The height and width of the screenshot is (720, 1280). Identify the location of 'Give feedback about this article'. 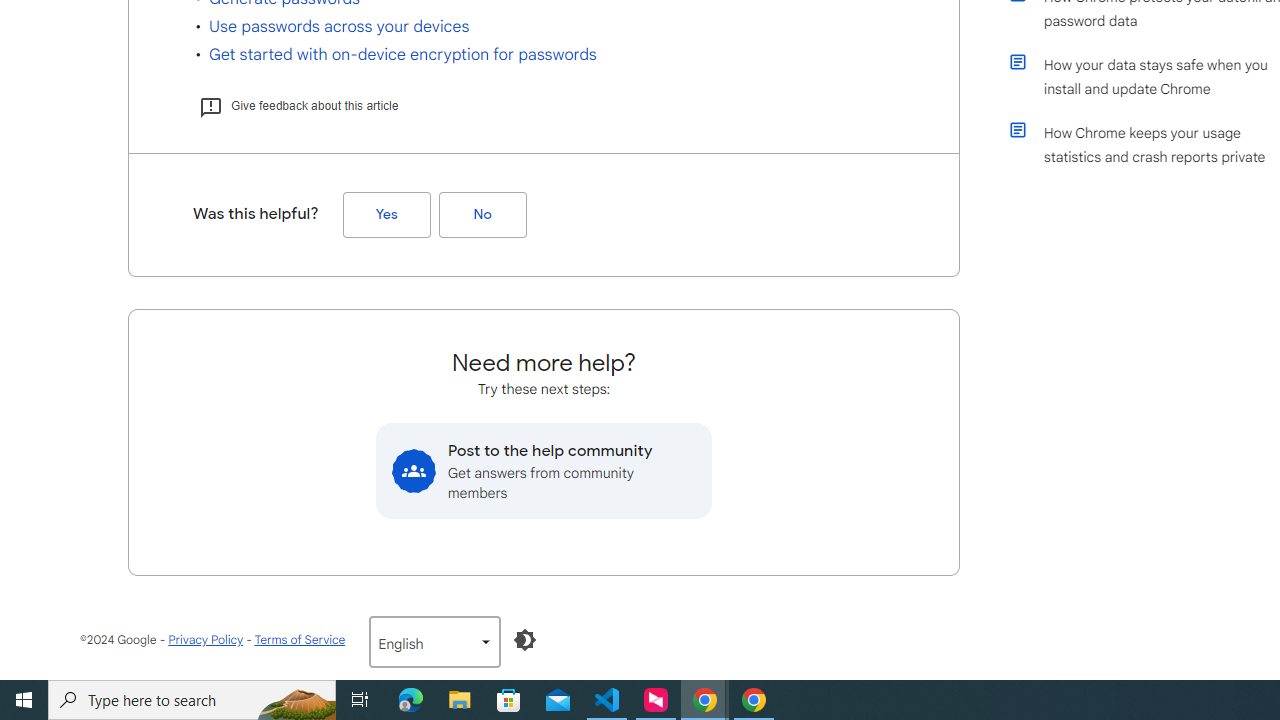
(297, 105).